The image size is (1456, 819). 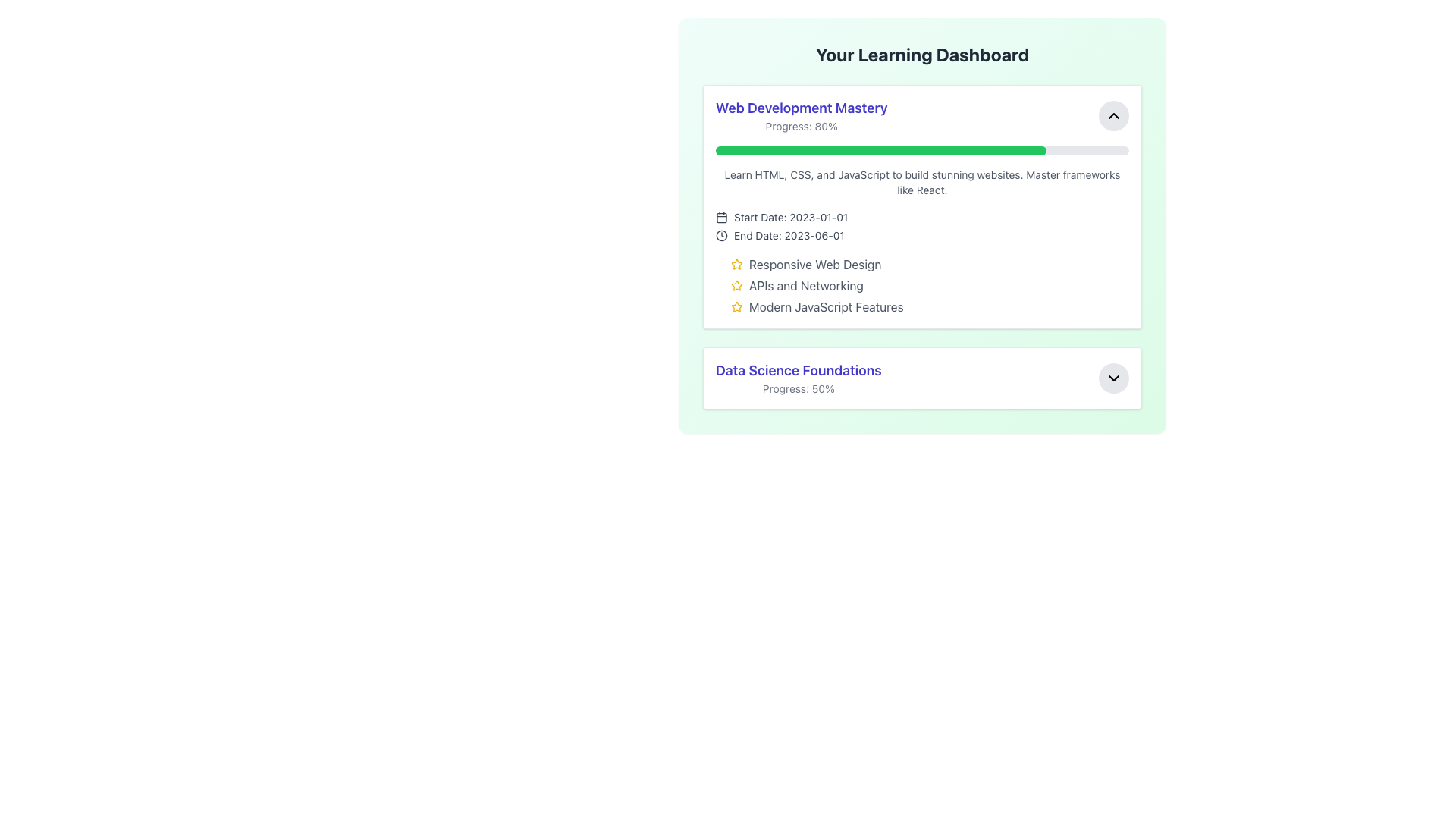 I want to click on the textual display element that presents the title and current progress of the course 'Data Science Foundations', so click(x=798, y=377).